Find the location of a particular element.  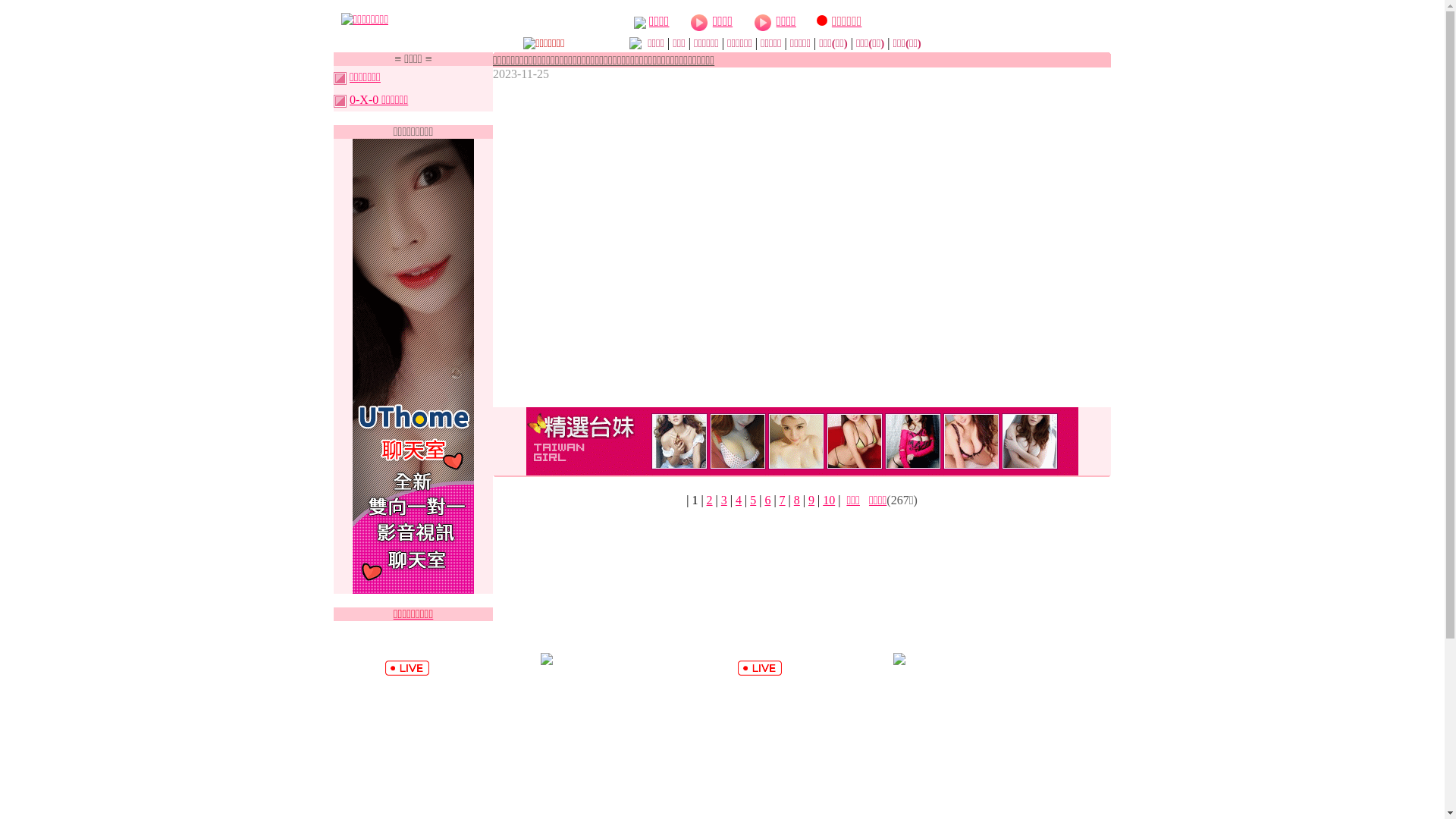

'4' is located at coordinates (739, 500).